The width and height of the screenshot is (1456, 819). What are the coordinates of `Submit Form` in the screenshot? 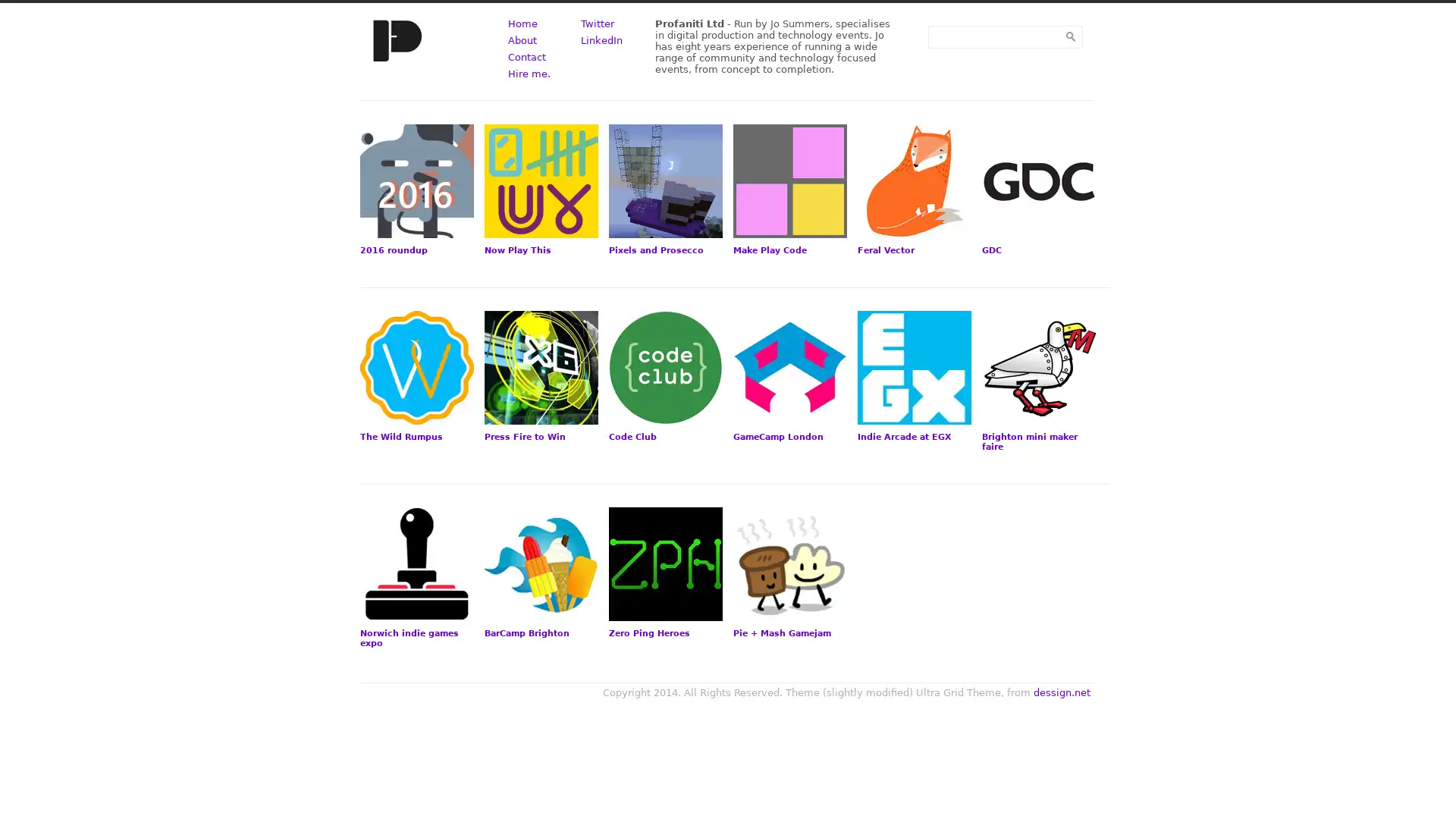 It's located at (1069, 36).